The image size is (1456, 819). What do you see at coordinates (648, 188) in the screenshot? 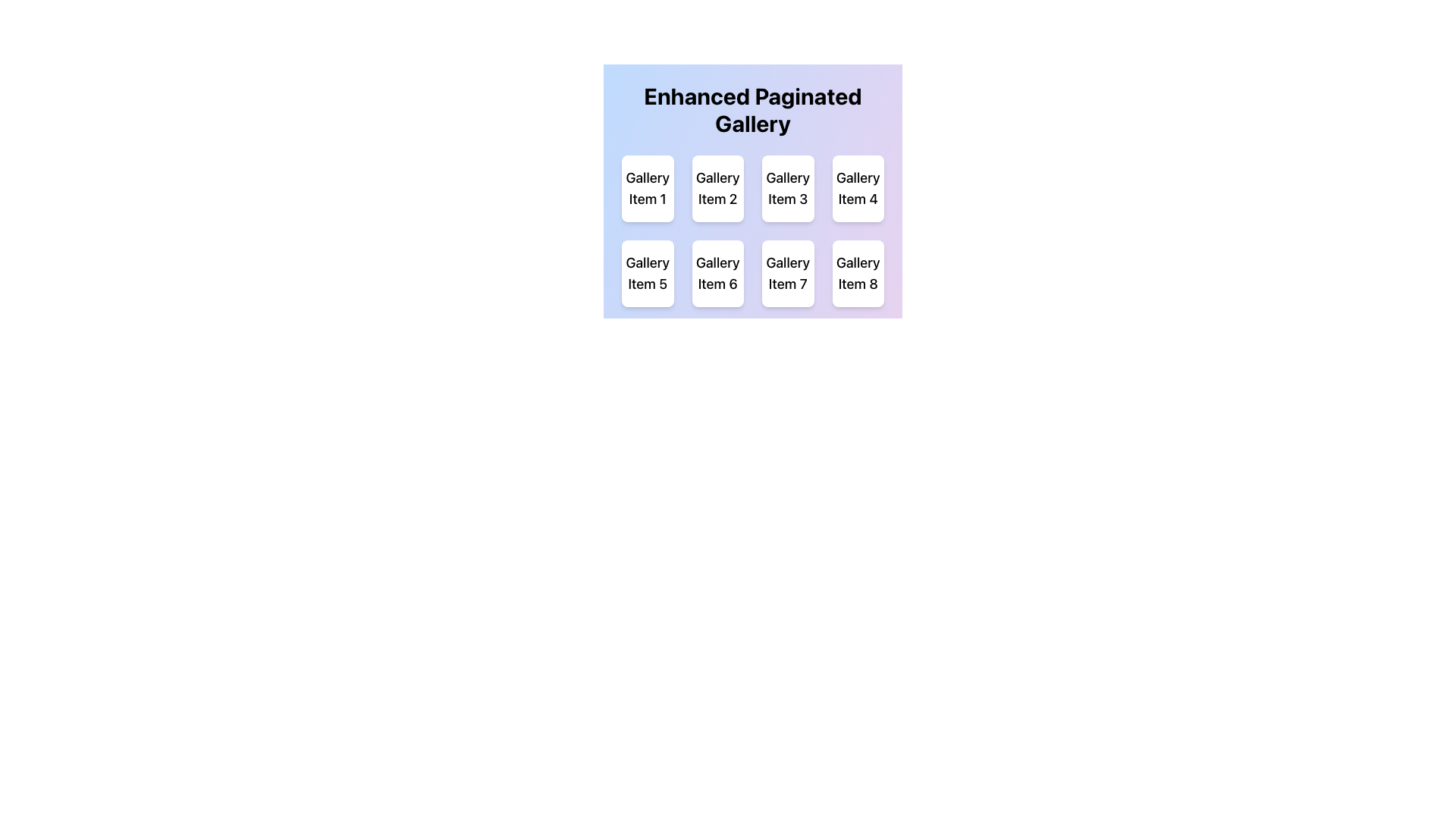
I see `text label that serves as the title for the first tile in the gallery grid, providing descriptive context about the item it represents` at bounding box center [648, 188].